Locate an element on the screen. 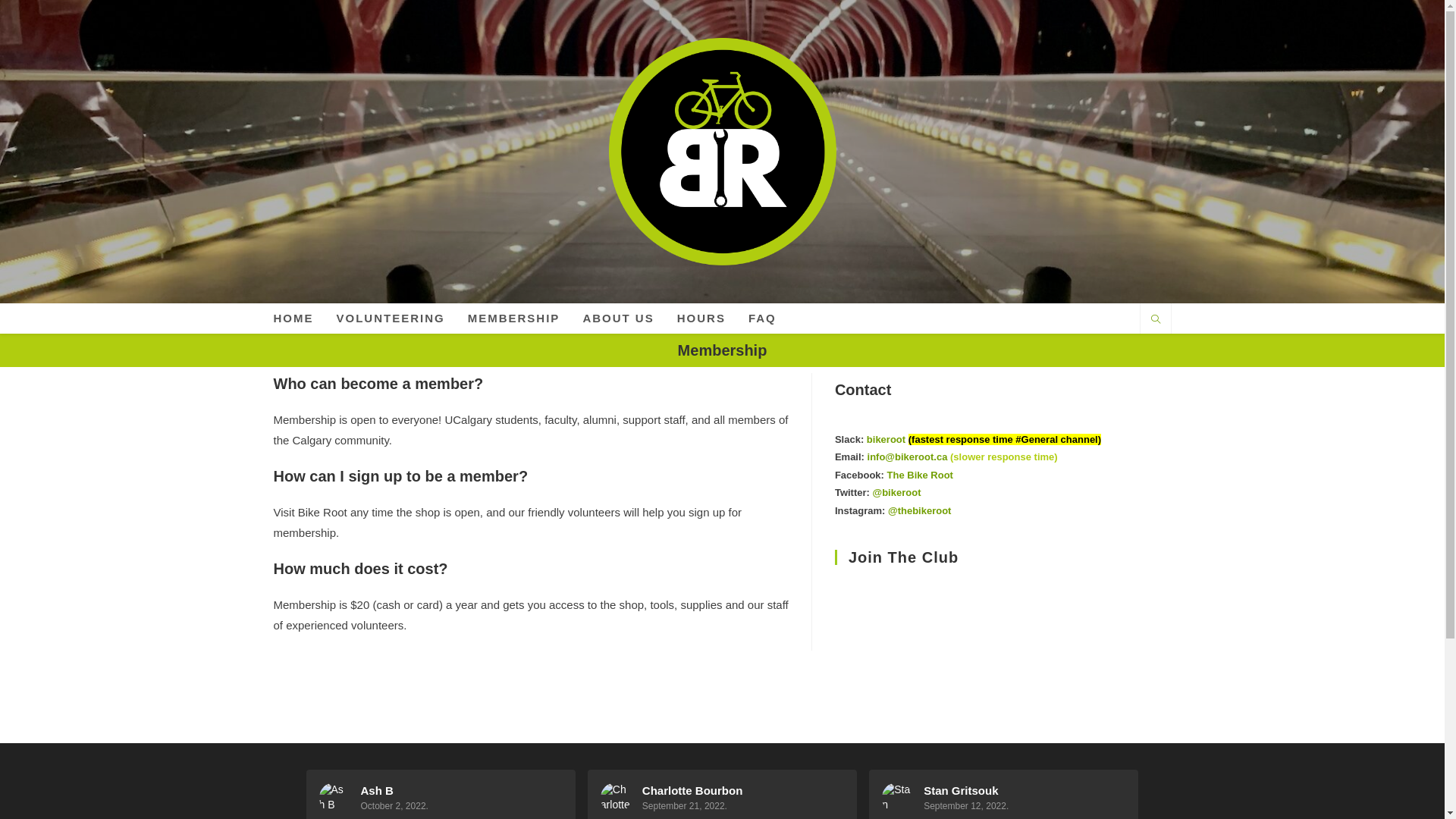 The image size is (1456, 819). '@bikeroot' is located at coordinates (896, 492).